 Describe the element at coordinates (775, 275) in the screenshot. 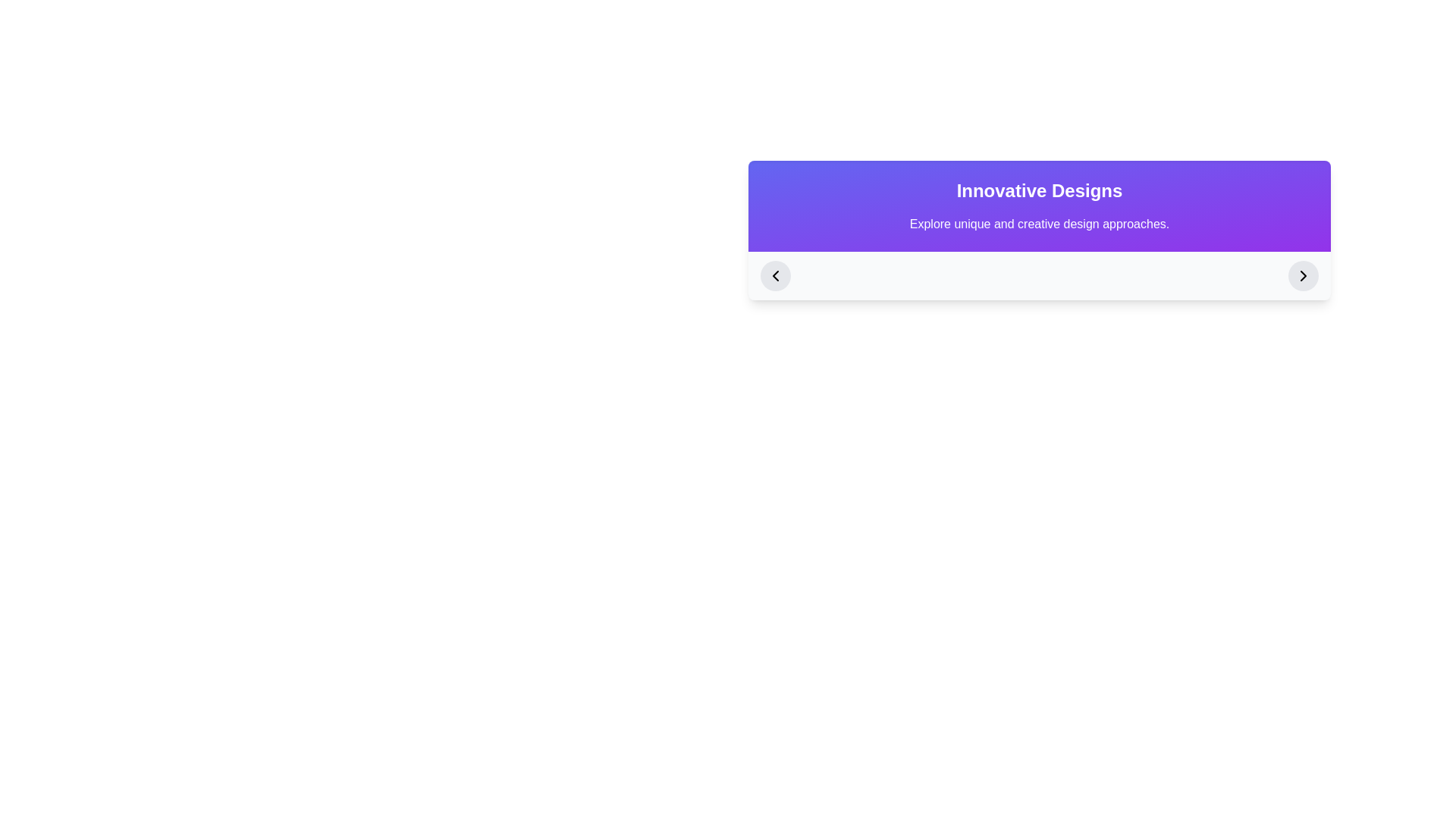

I see `the gray circular button containing the left-facing chevron arrow icon for accessibility navigation` at that location.